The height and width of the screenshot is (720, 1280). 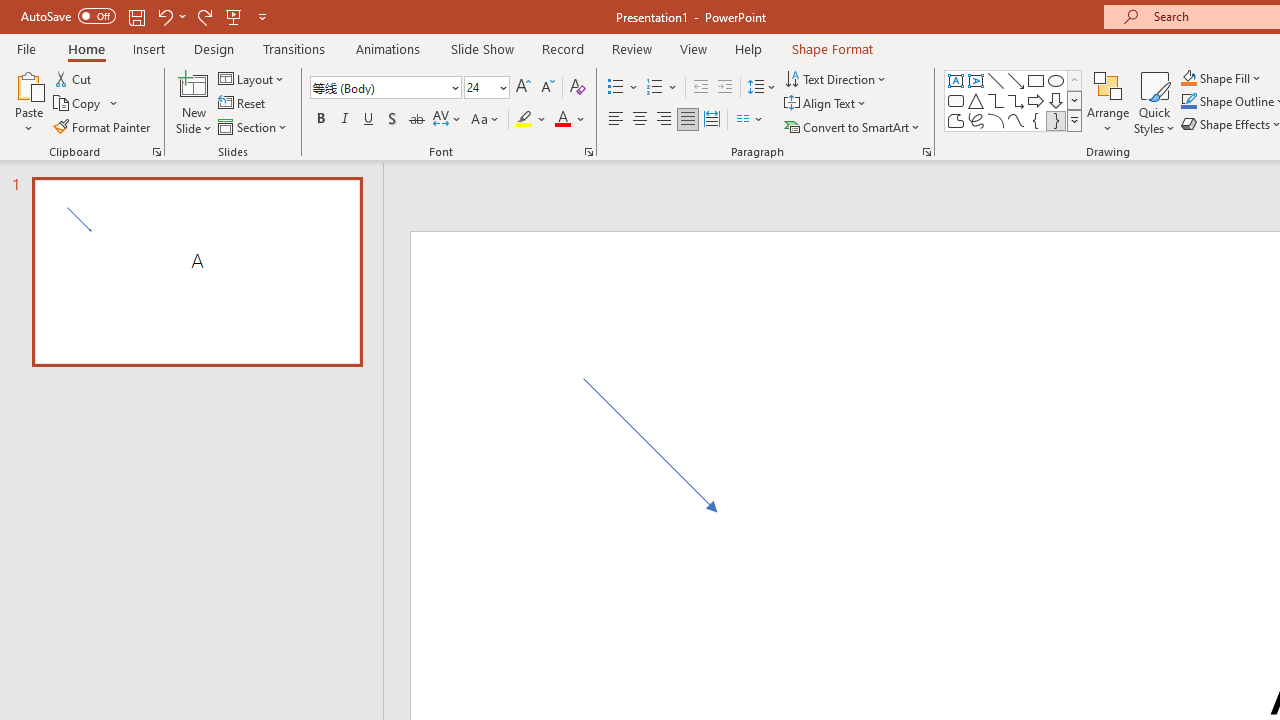 What do you see at coordinates (1036, 100) in the screenshot?
I see `'Arrow: Right'` at bounding box center [1036, 100].